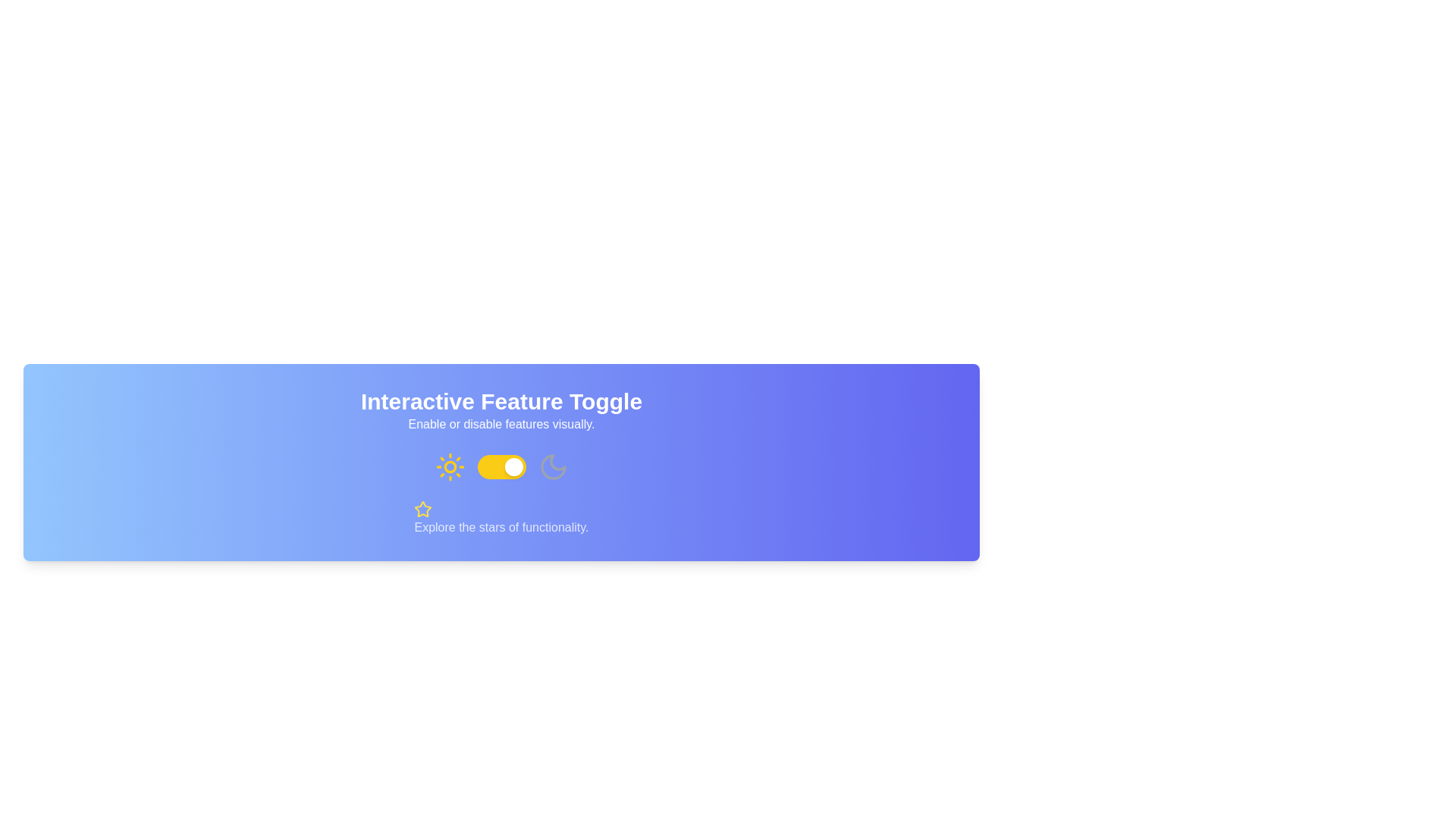 This screenshot has height=819, width=1456. What do you see at coordinates (501, 400) in the screenshot?
I see `the prominent title text 'Interactive Feature Toggle' displayed in white over a gradient blue background` at bounding box center [501, 400].